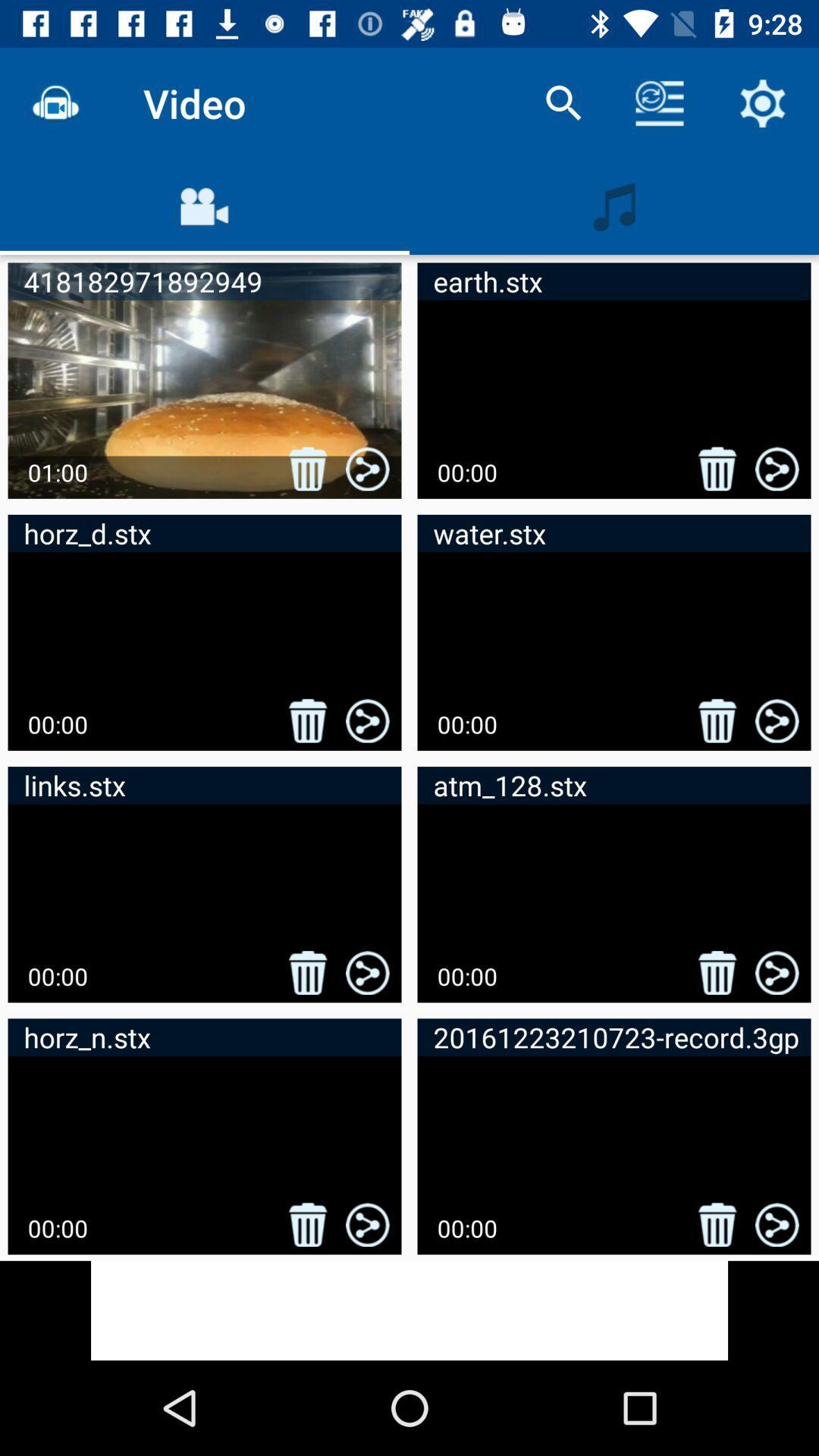 The image size is (819, 1456). Describe the element at coordinates (717, 972) in the screenshot. I see `delete option on second video in third row of the page` at that location.